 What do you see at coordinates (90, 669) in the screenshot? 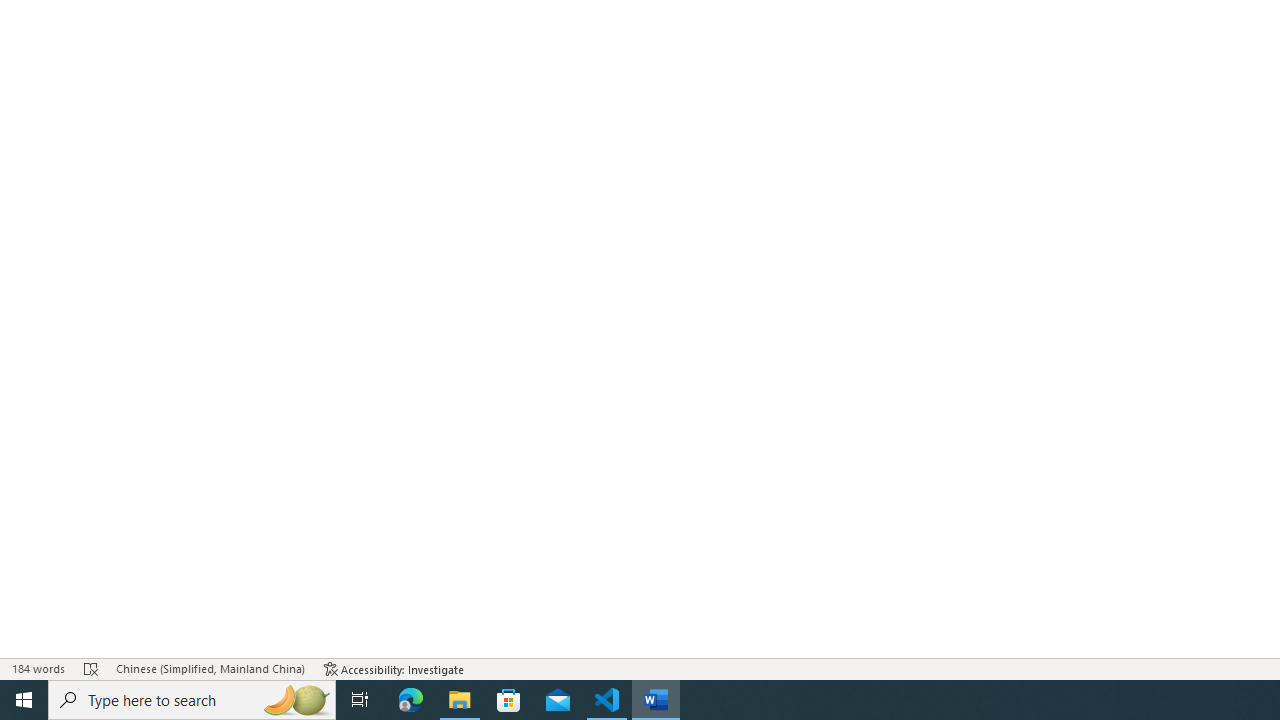
I see `'Spelling and Grammar Check Errors'` at bounding box center [90, 669].